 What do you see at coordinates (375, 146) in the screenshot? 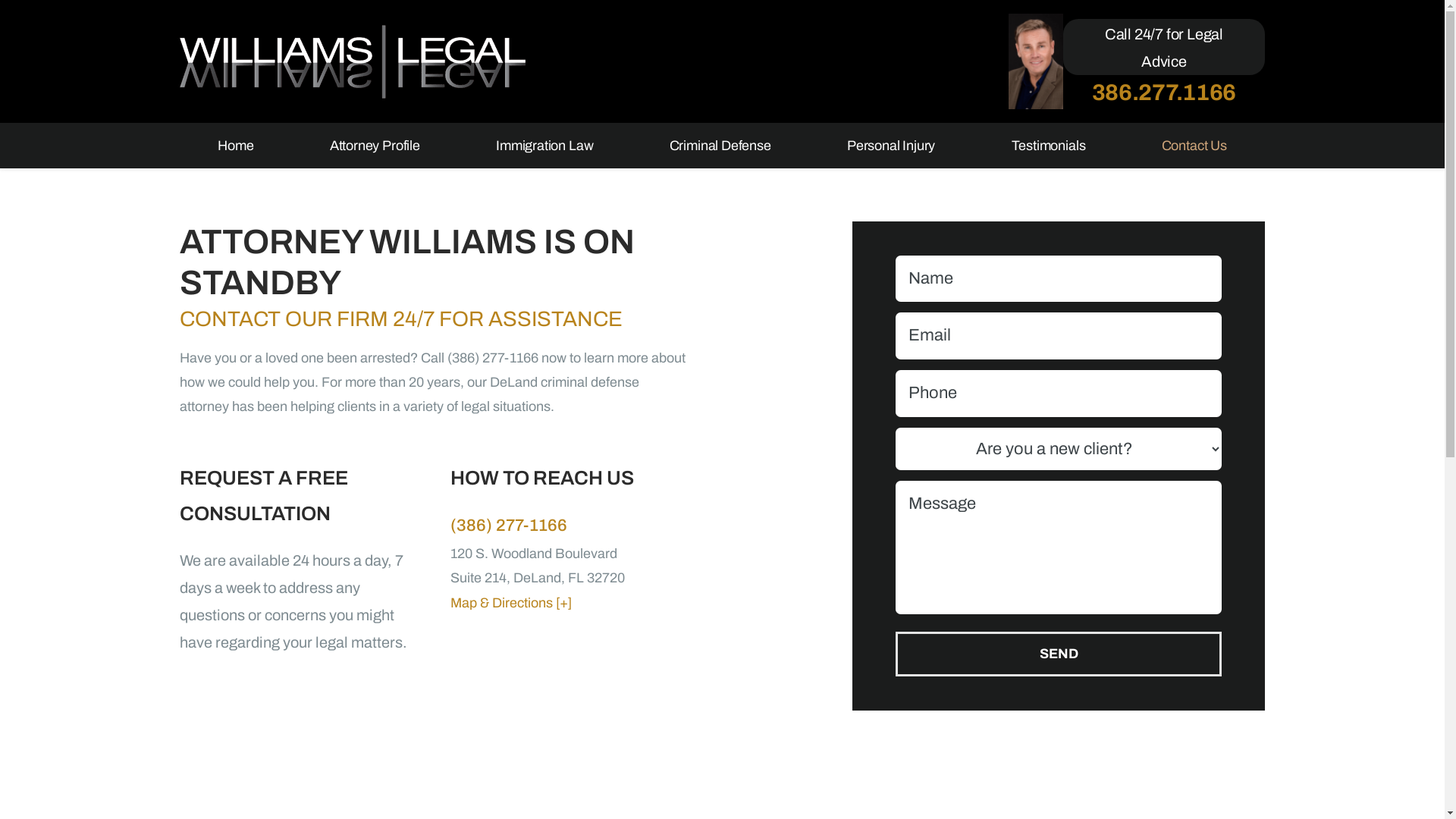
I see `'Attorney Profile'` at bounding box center [375, 146].